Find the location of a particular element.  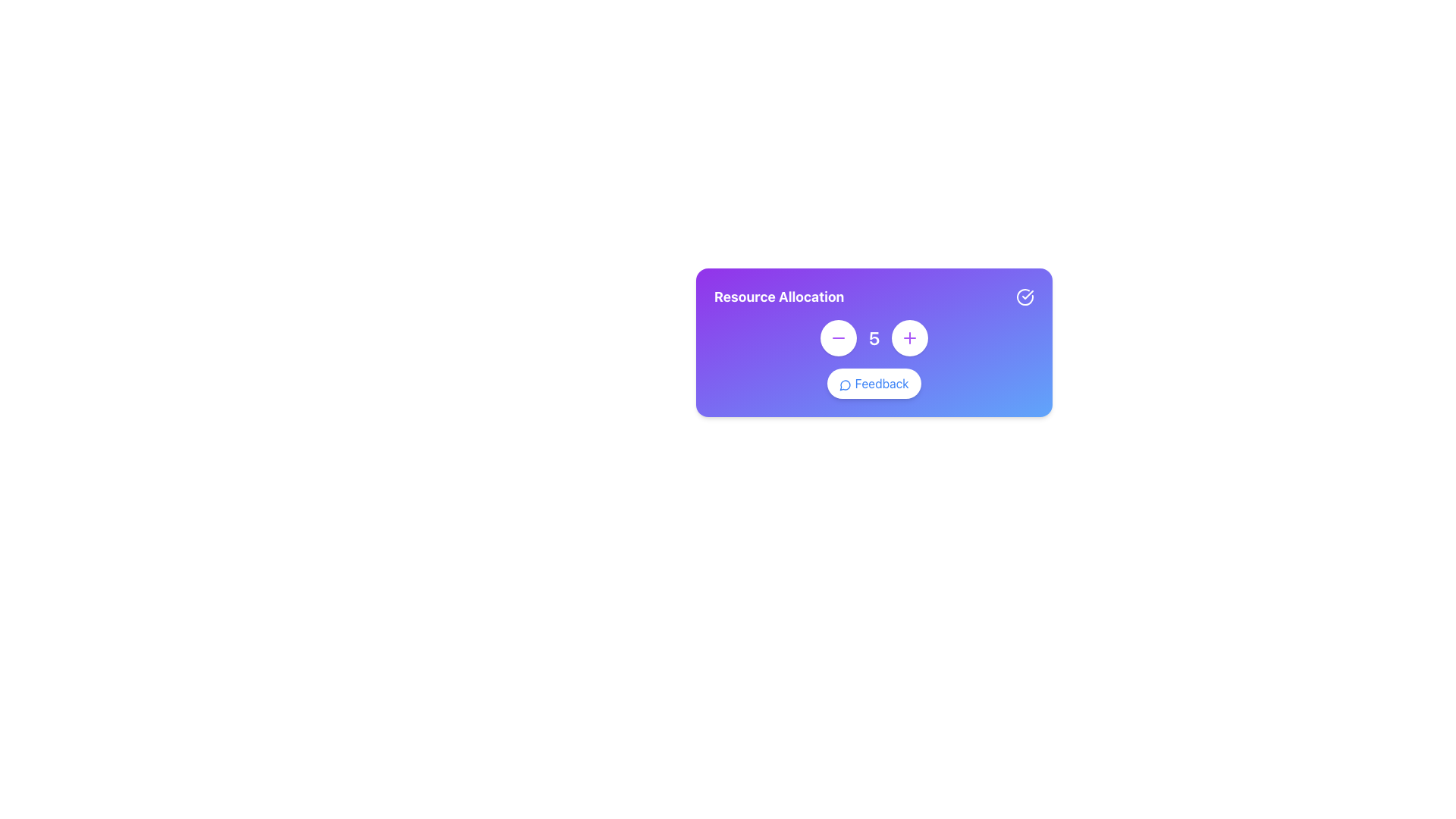

the plus icon button located in the right segment of the toolbar to increment the associated numerical value is located at coordinates (910, 337).